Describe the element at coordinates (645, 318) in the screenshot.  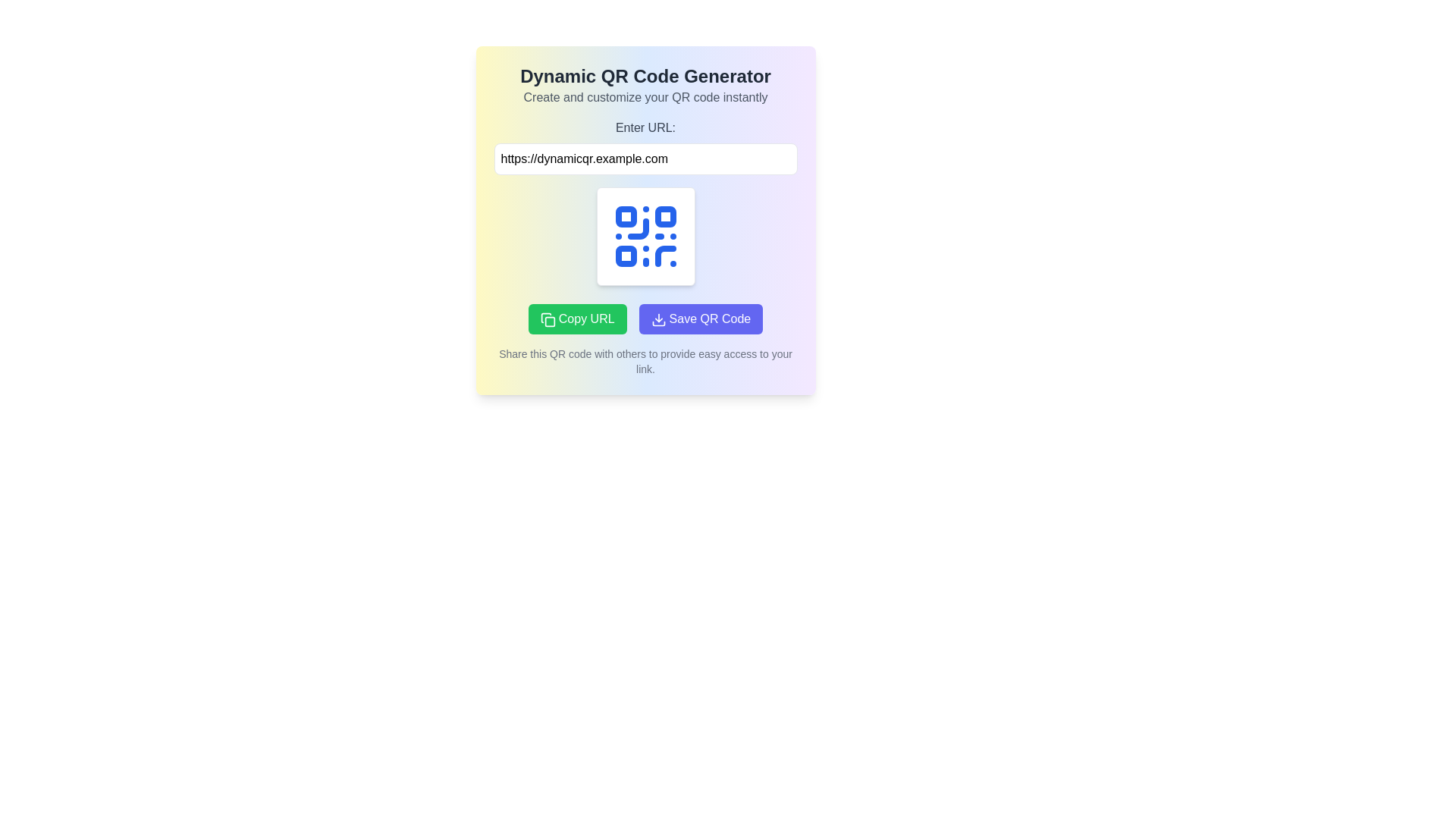
I see `the 'Save QR Code' button located at the bottom center of the 'Dynamic QR Code Generator' interface, just below the displayed QR code` at that location.